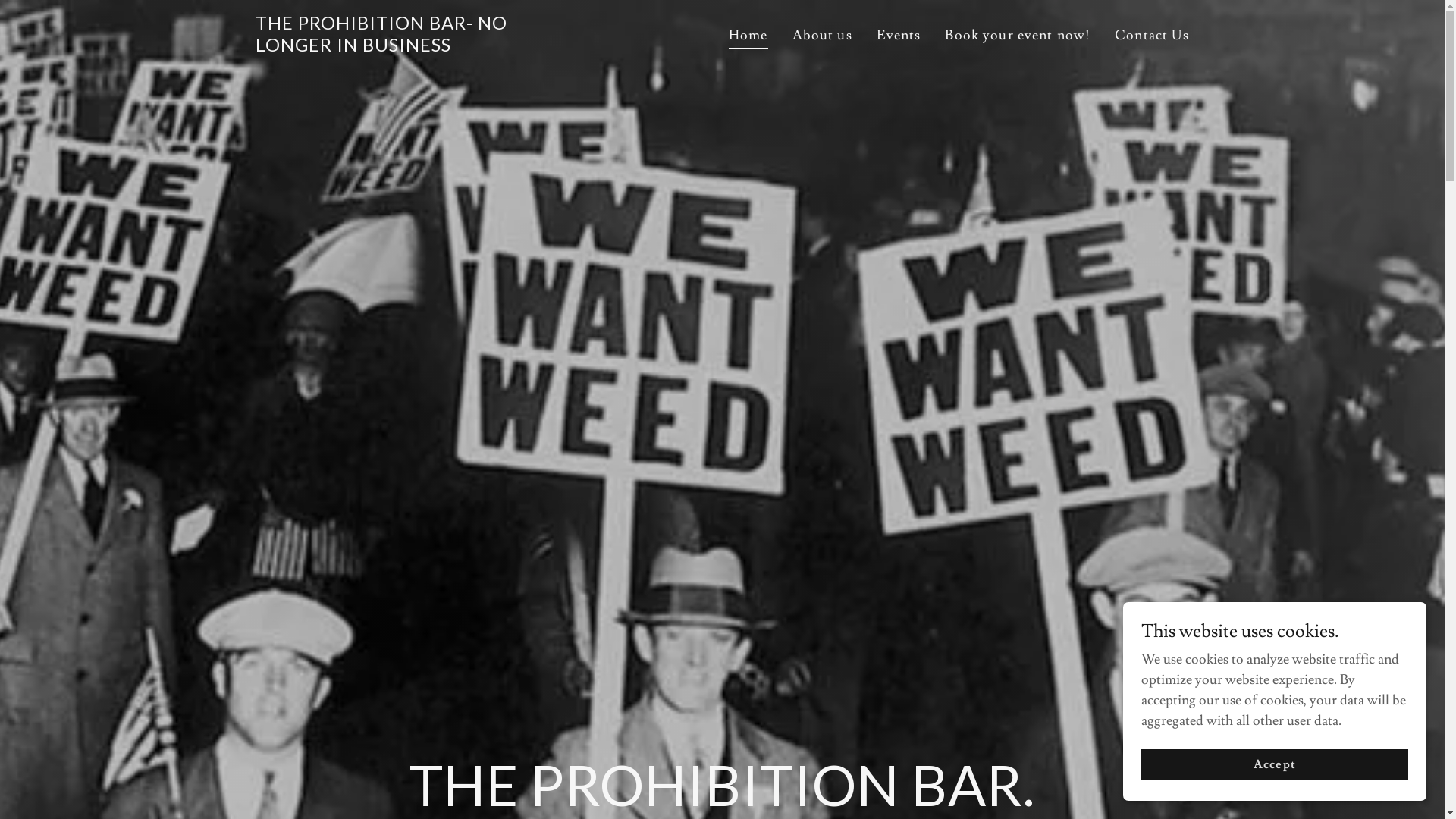 This screenshot has height=819, width=1456. What do you see at coordinates (418, 46) in the screenshot?
I see `'THE PROHIBITION BAR- NO LONGER IN BUSINESS'` at bounding box center [418, 46].